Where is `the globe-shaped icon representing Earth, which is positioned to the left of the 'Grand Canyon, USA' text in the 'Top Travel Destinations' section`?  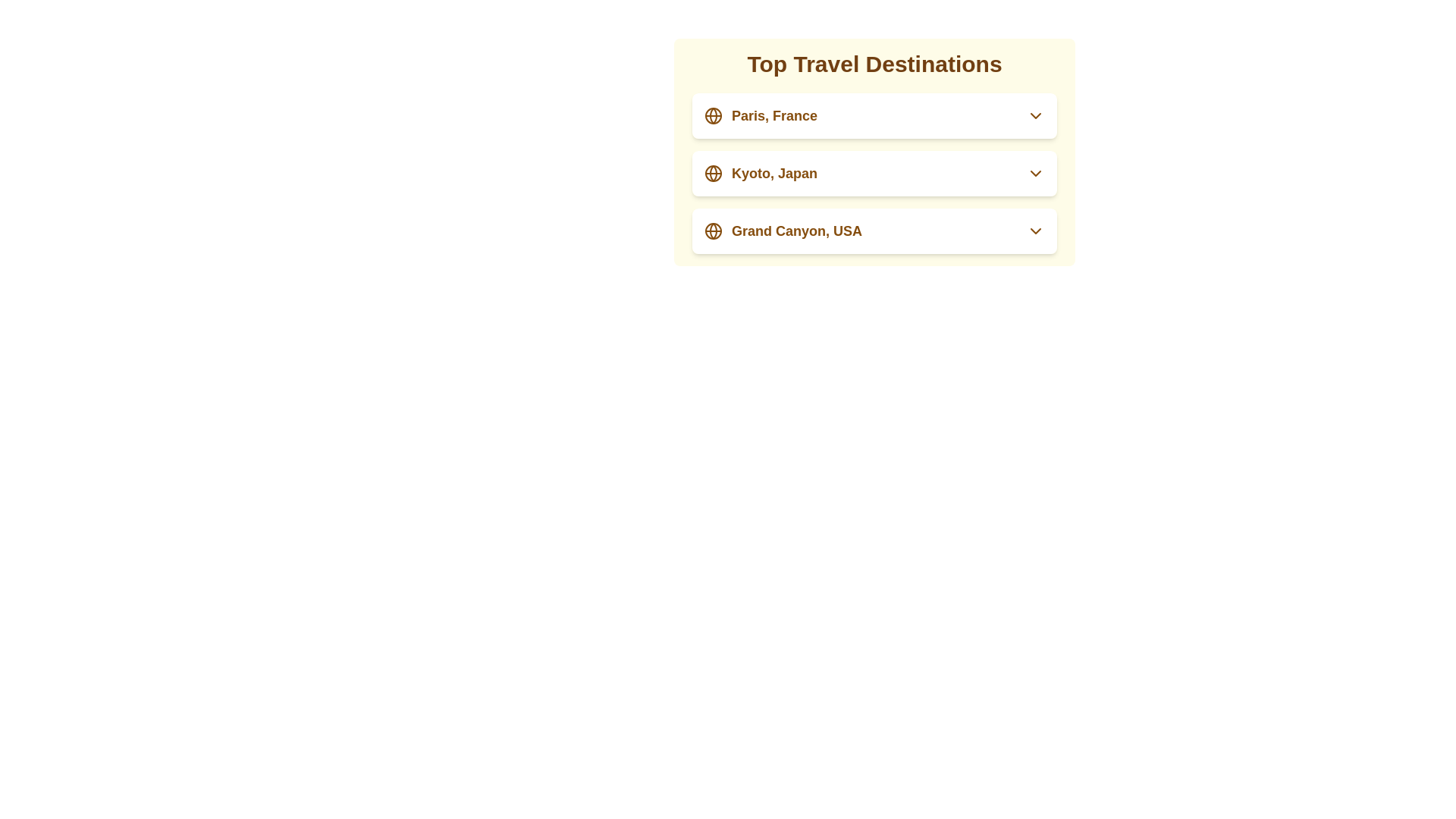
the globe-shaped icon representing Earth, which is positioned to the left of the 'Grand Canyon, USA' text in the 'Top Travel Destinations' section is located at coordinates (712, 231).